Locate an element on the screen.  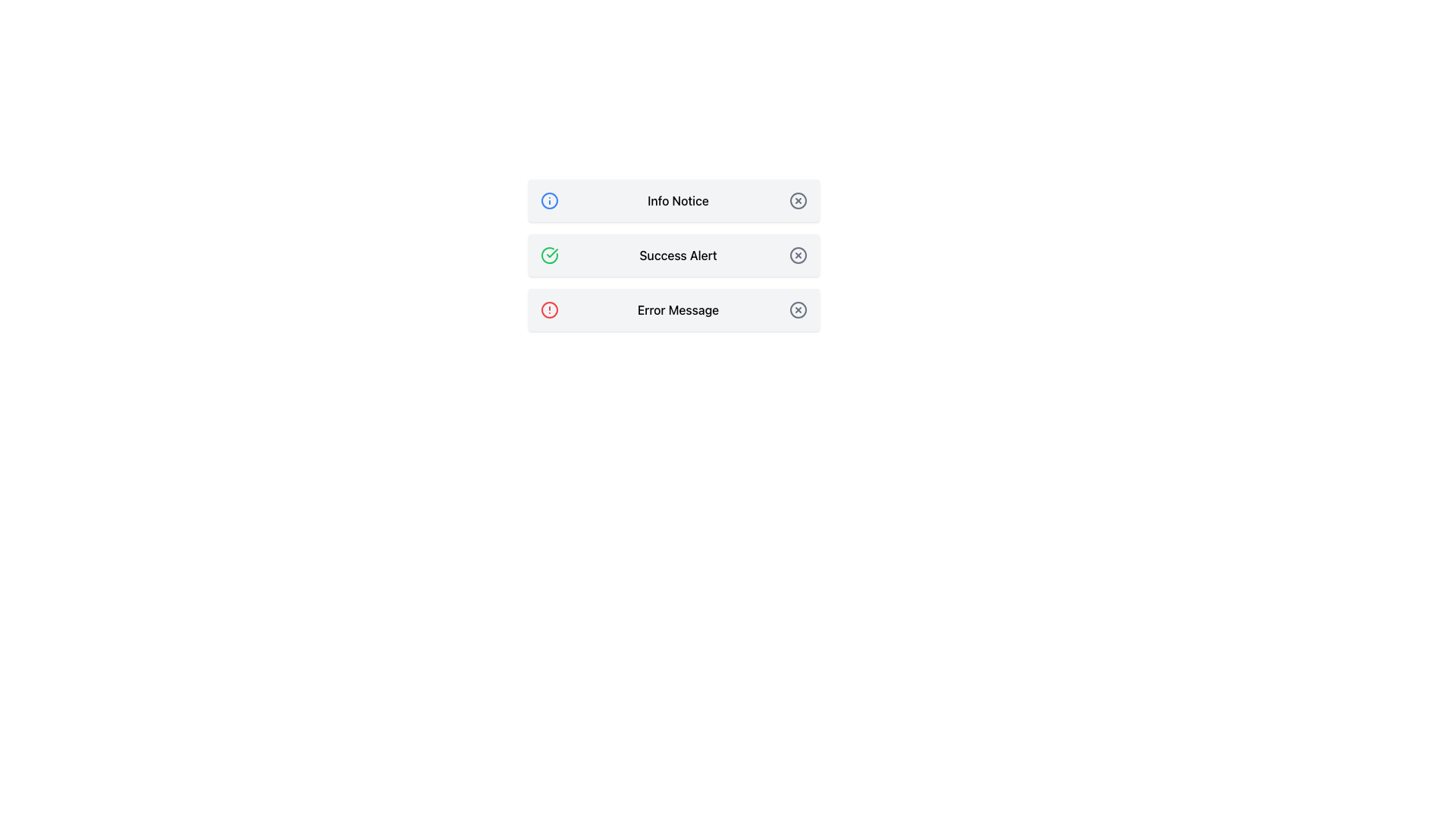
the text label element reading 'Success Alert', which is styled with medium font weight inside an alert box, positioned to the right of a green checkmark icon is located at coordinates (677, 254).